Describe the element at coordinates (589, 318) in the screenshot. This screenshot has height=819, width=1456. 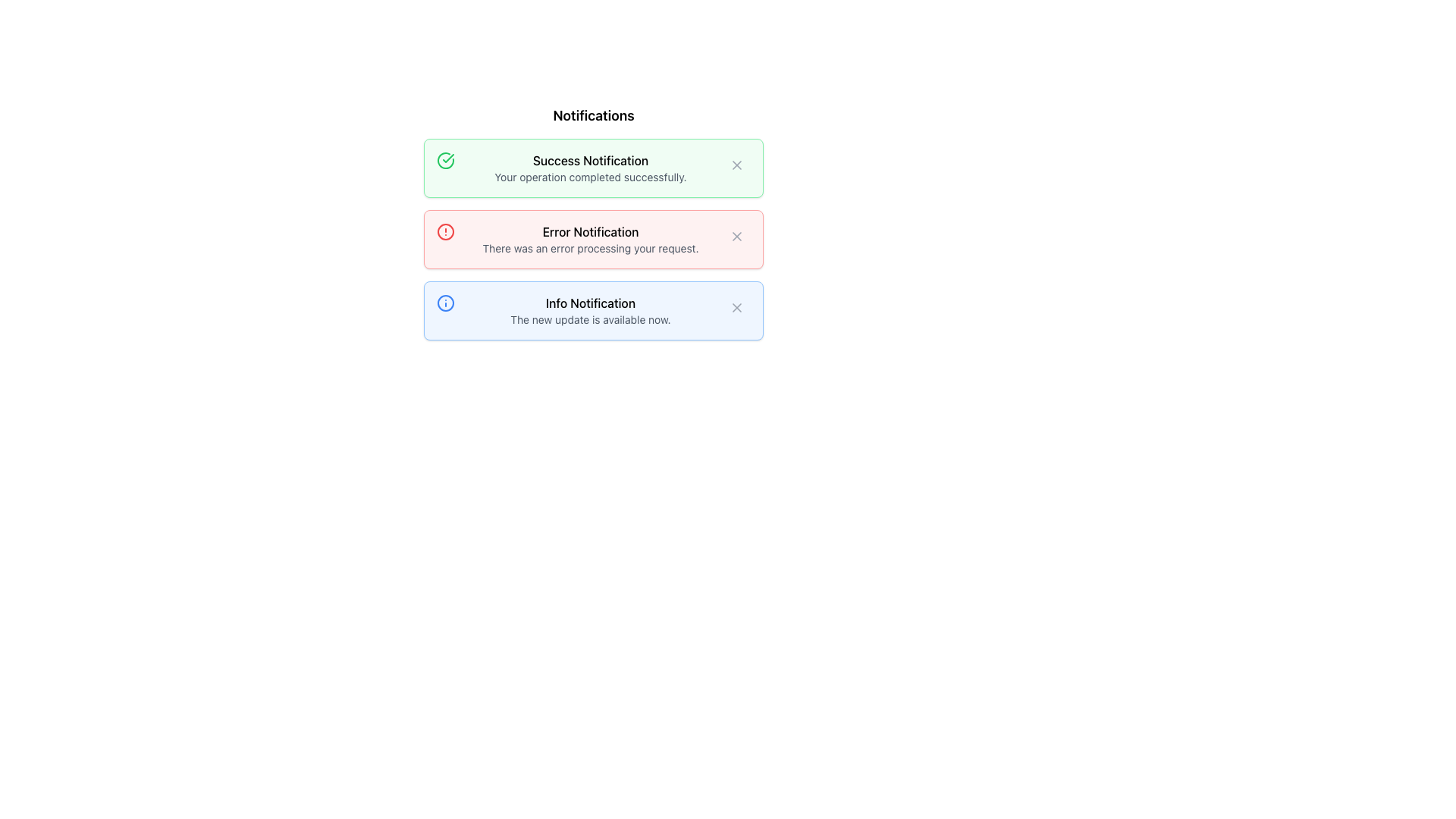
I see `the descriptive Static Text located within the third notification box labeled 'Info Notification,' which is positioned below the primary title text` at that location.